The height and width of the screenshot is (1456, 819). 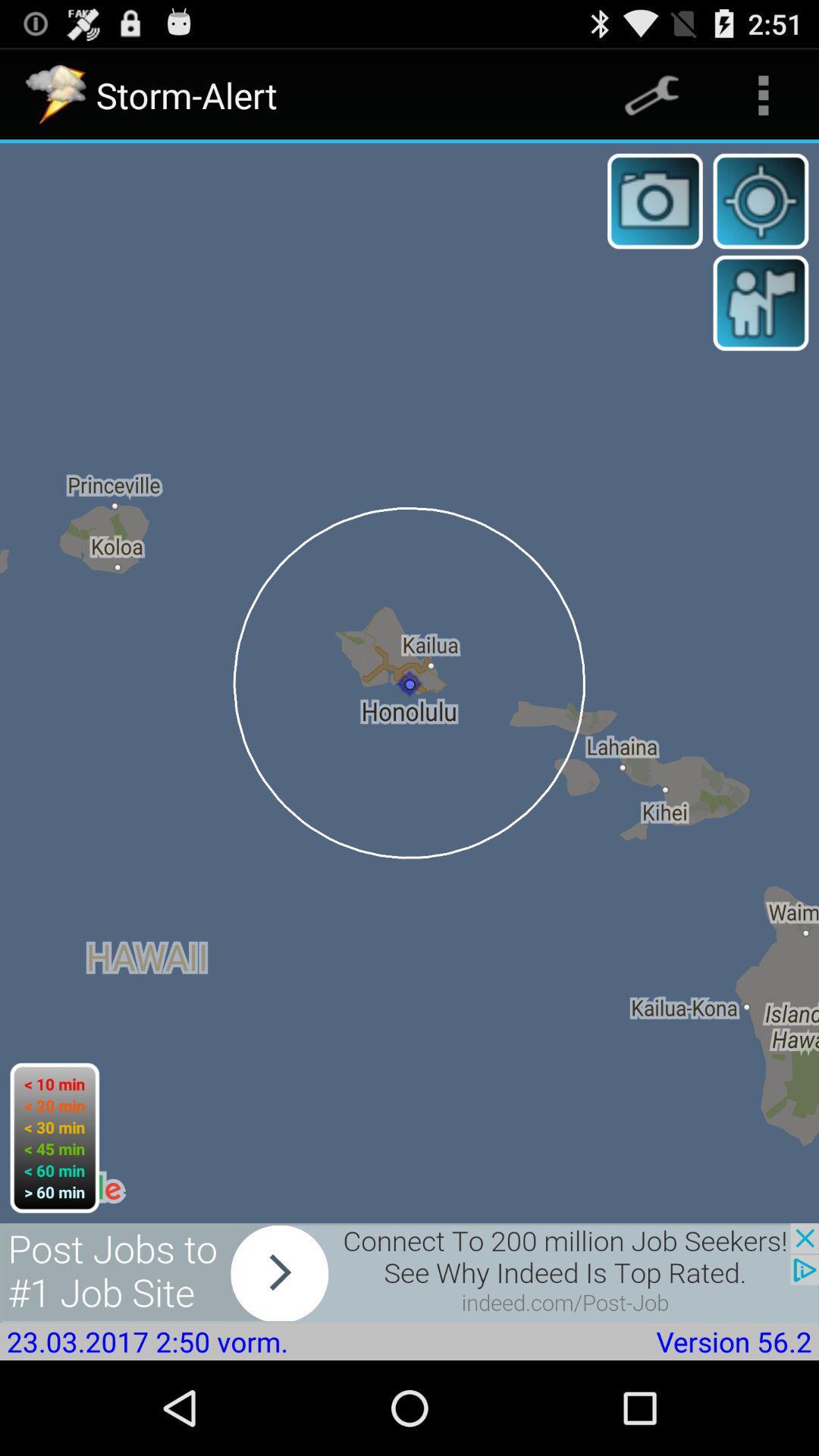 What do you see at coordinates (761, 200) in the screenshot?
I see `zoom in or out` at bounding box center [761, 200].